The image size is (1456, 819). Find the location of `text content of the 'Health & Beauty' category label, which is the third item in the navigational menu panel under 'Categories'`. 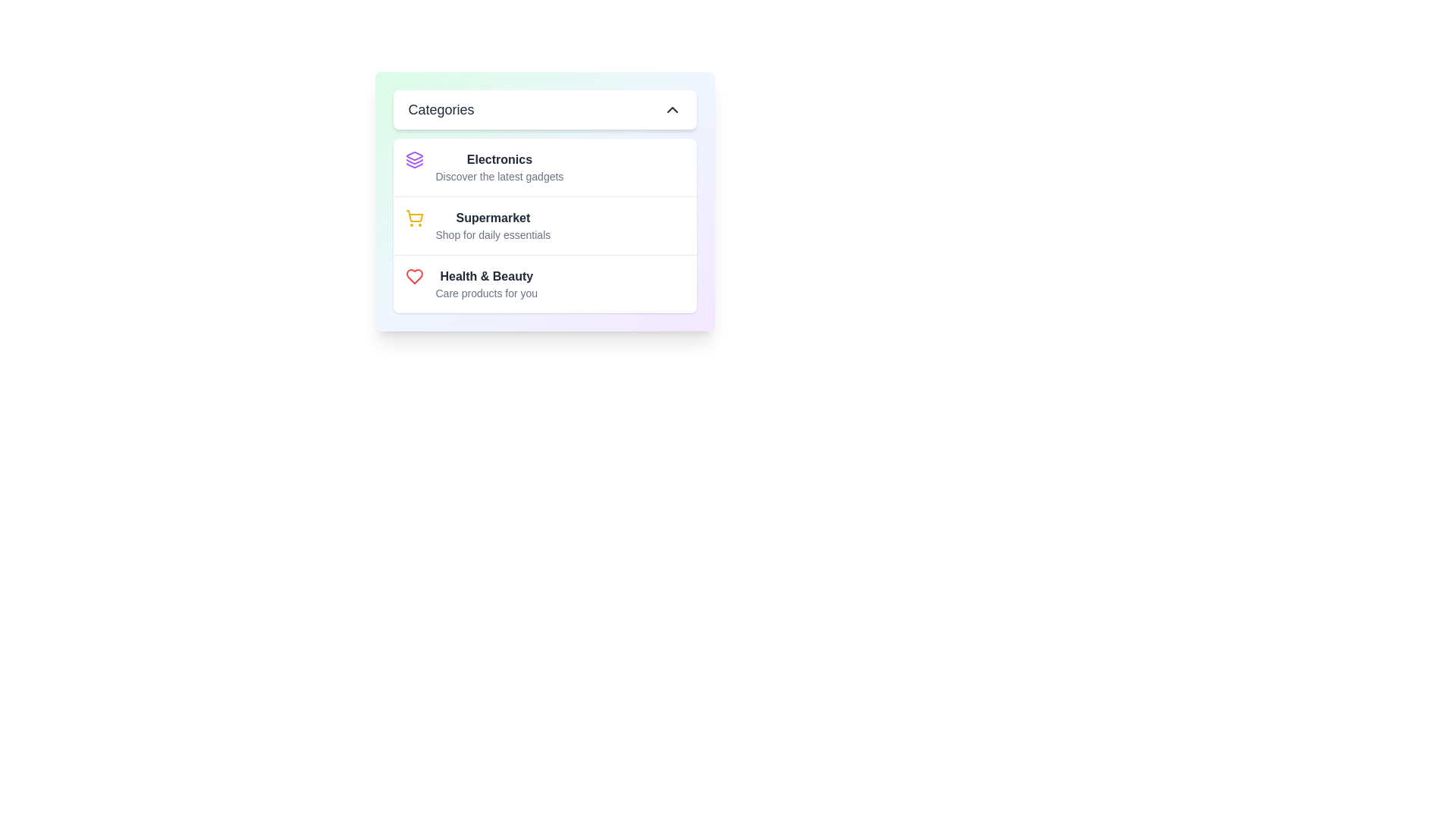

text content of the 'Health & Beauty' category label, which is the third item in the navigational menu panel under 'Categories' is located at coordinates (486, 277).